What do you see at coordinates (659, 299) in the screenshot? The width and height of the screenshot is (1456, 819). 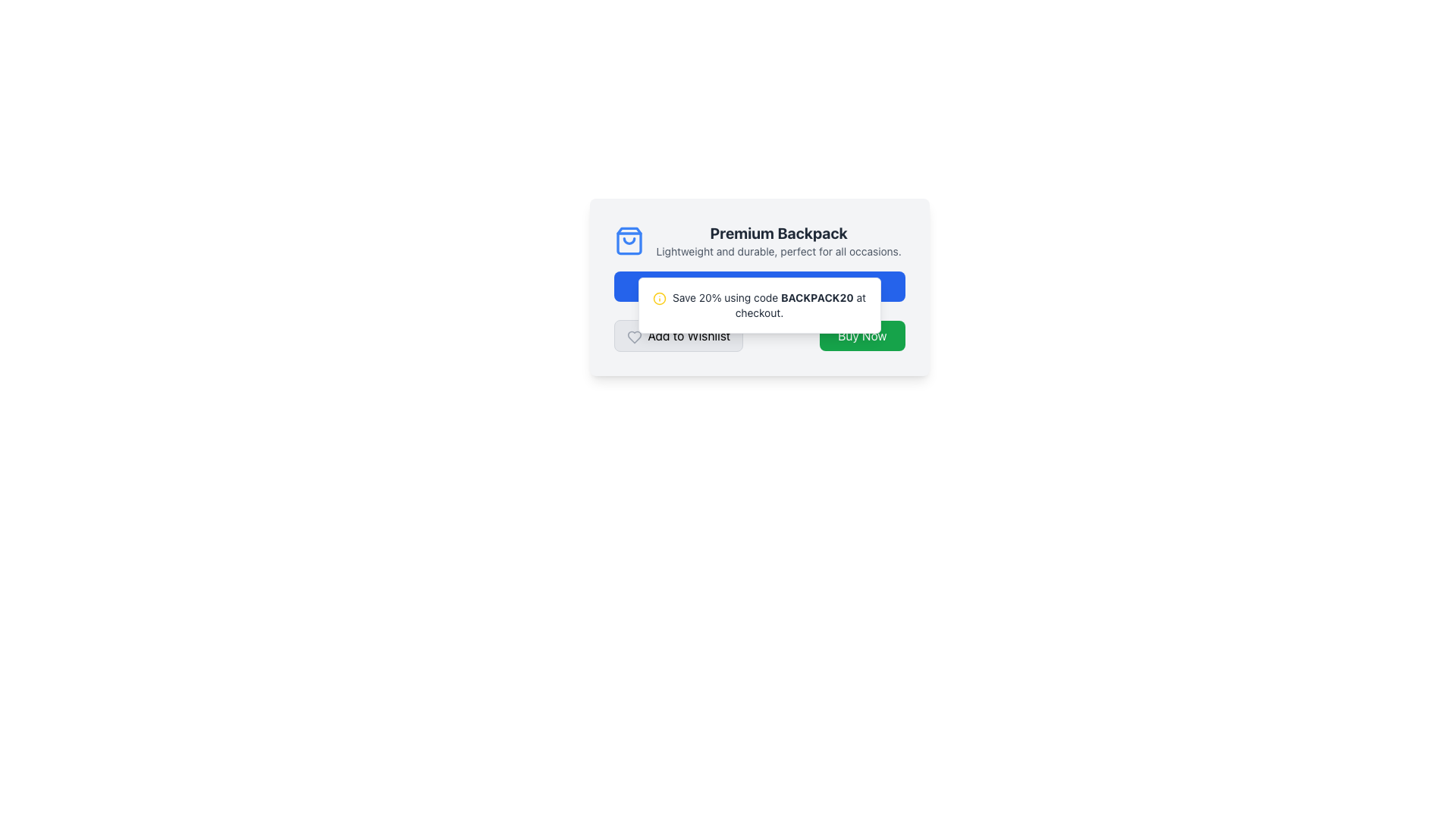 I see `the yellow circular info icon located immediately to the left of the text 'Save 20% using code BACKPACK20 at checkout.'` at bounding box center [659, 299].